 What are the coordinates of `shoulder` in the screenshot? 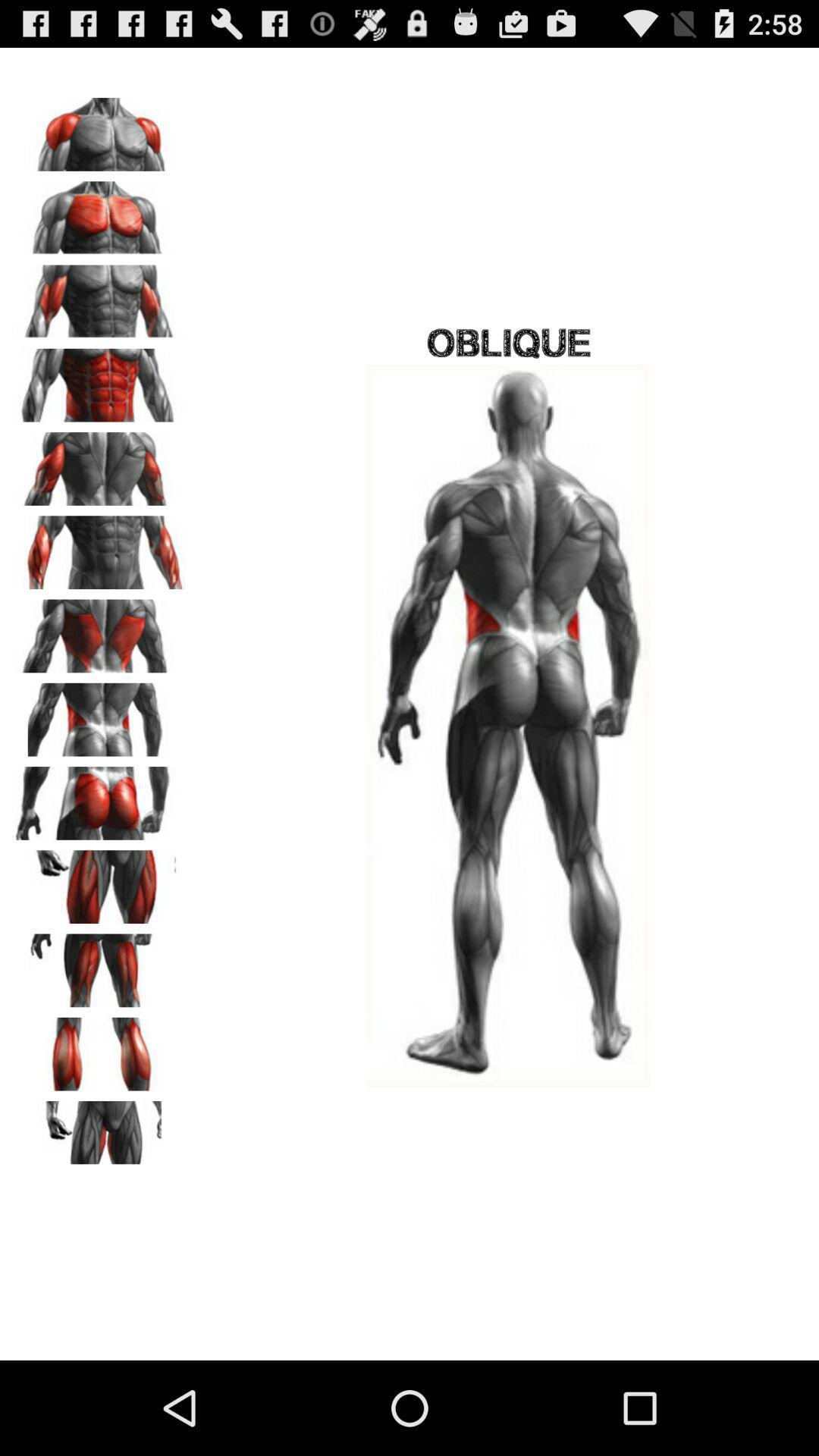 It's located at (99, 129).